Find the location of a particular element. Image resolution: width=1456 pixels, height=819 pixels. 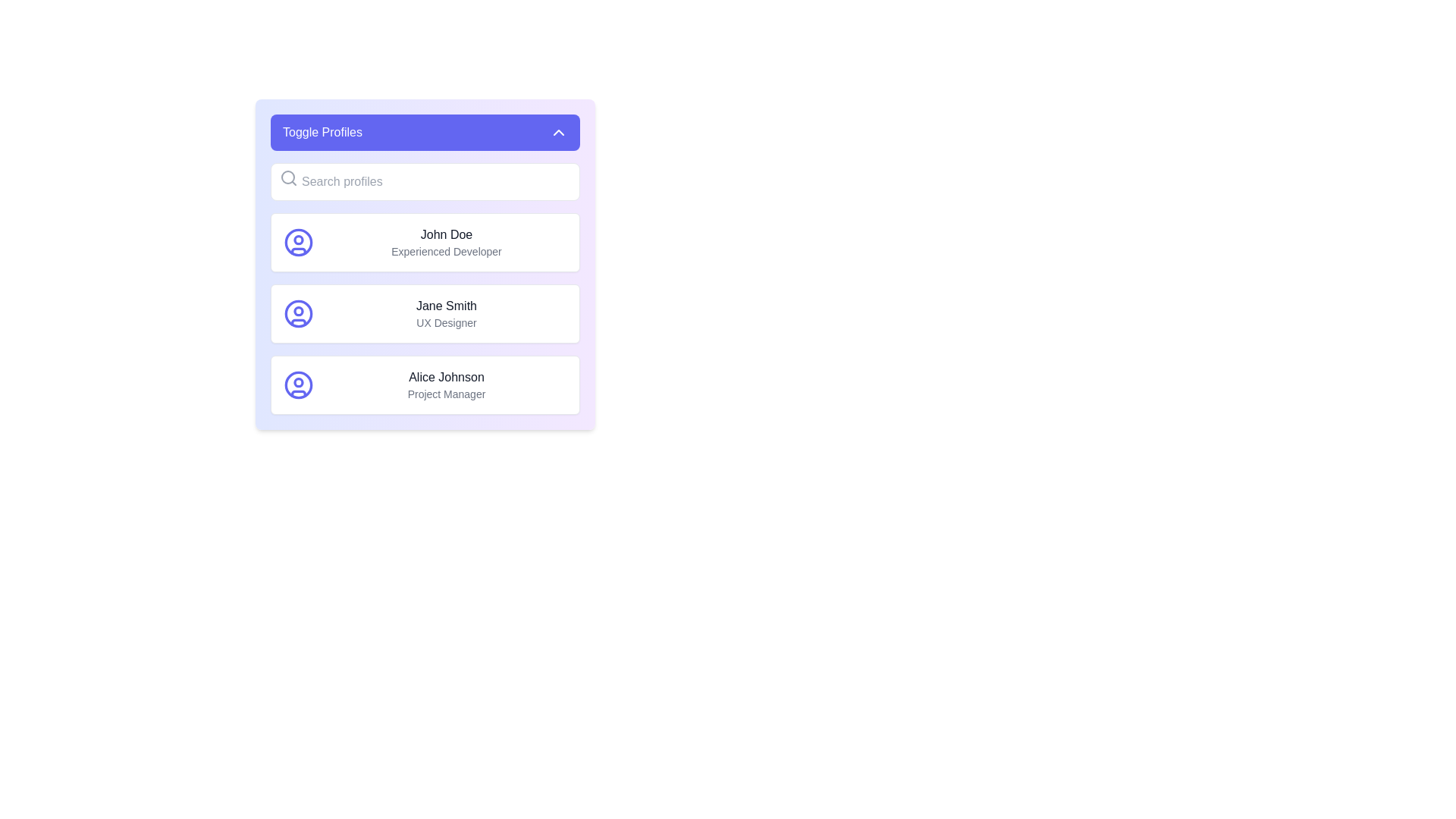

the descriptive label indicating the job title 'Project Manager' located beneath the name 'Alice Johnson' in the profile entry list is located at coordinates (446, 394).